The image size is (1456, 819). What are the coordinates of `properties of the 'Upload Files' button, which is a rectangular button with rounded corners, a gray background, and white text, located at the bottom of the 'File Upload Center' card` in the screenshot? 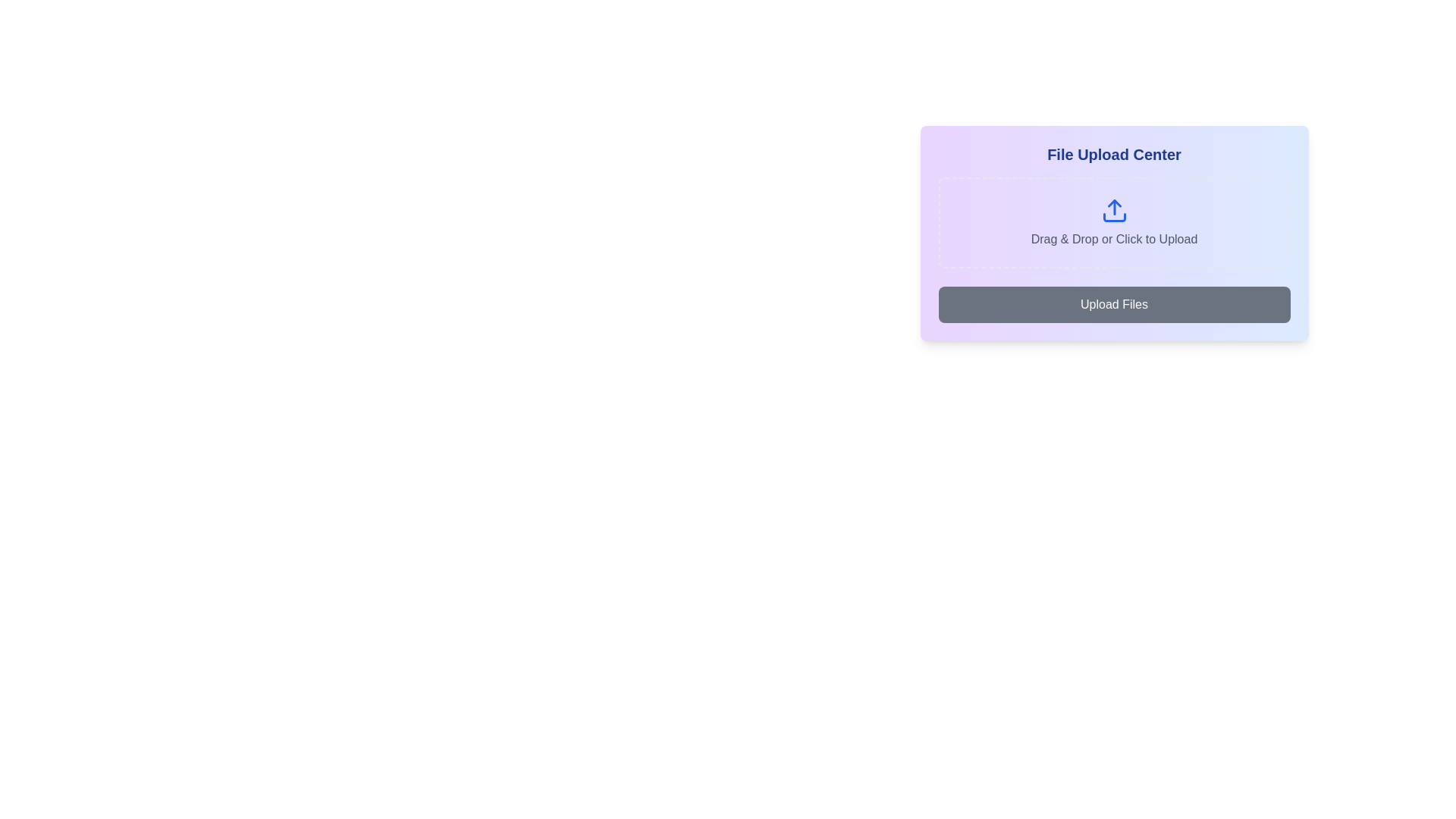 It's located at (1114, 304).